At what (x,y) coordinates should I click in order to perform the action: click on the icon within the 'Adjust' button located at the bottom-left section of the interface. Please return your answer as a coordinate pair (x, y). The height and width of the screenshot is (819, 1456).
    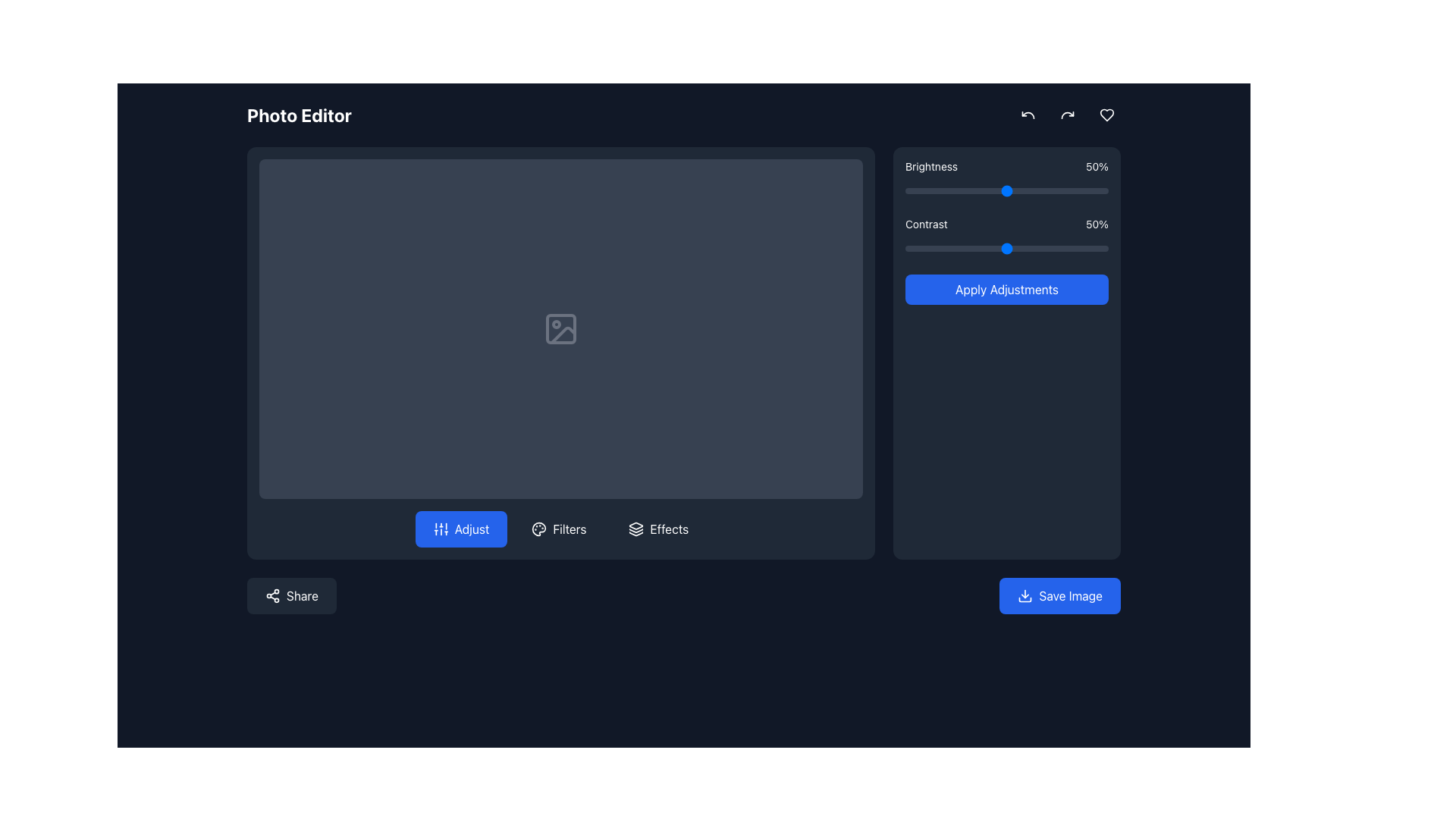
    Looking at the image, I should click on (440, 528).